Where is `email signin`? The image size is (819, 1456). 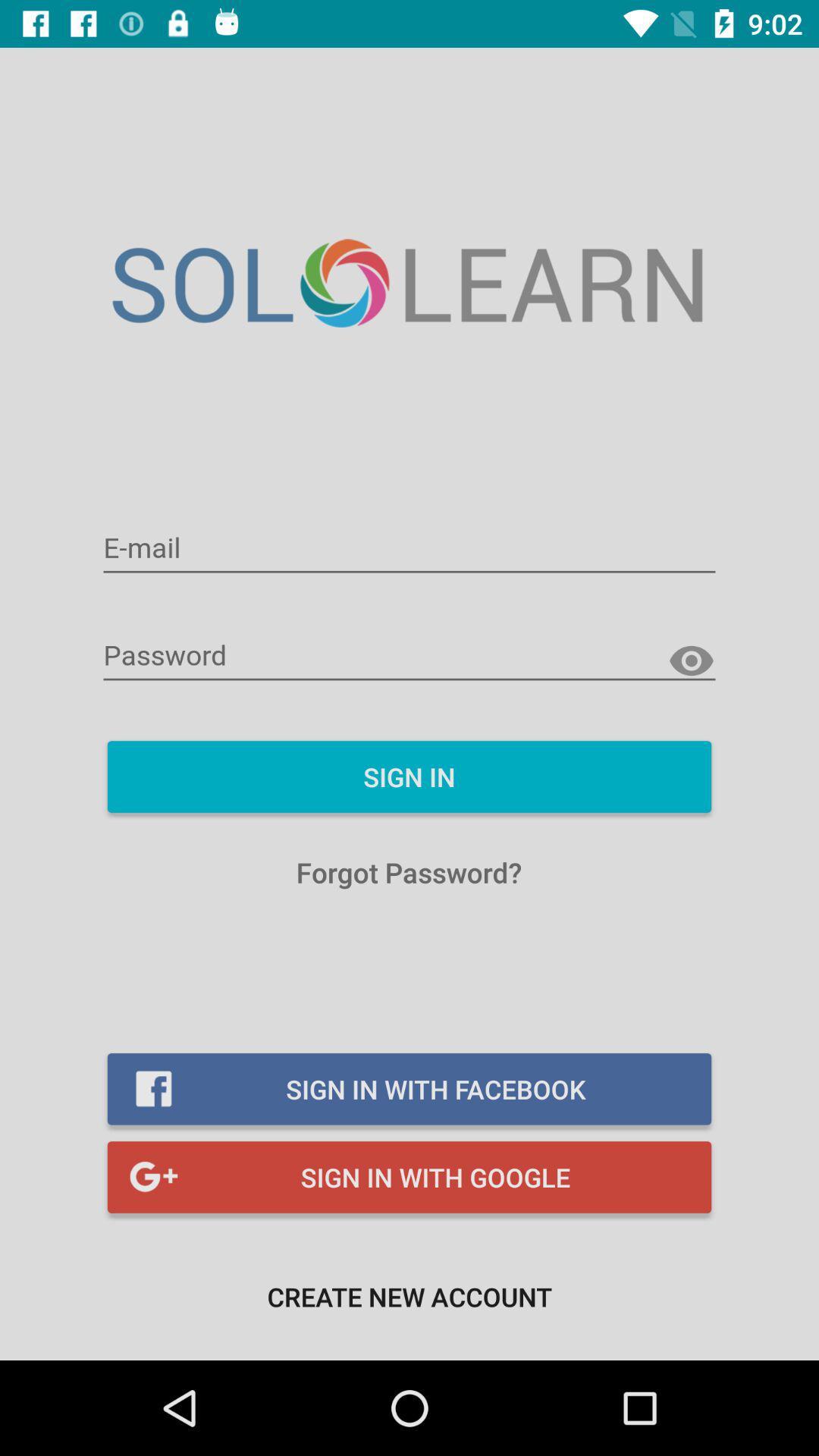
email signin is located at coordinates (409, 548).